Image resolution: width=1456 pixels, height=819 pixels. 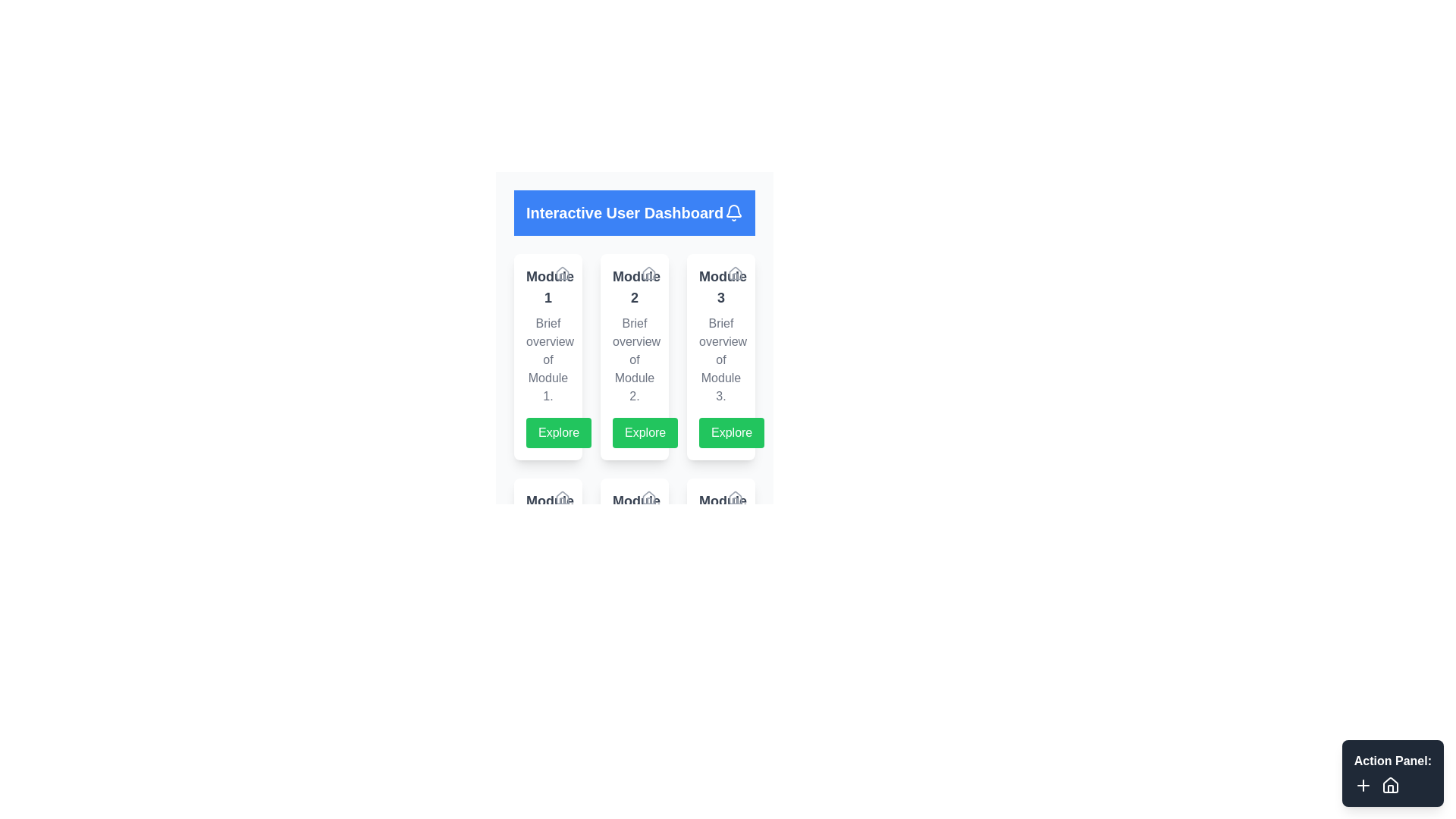 What do you see at coordinates (720, 356) in the screenshot?
I see `the Interactive card for Module 3 in the dashboard, located in the third column of the grid layout under 'Interactive User Dashboard'` at bounding box center [720, 356].